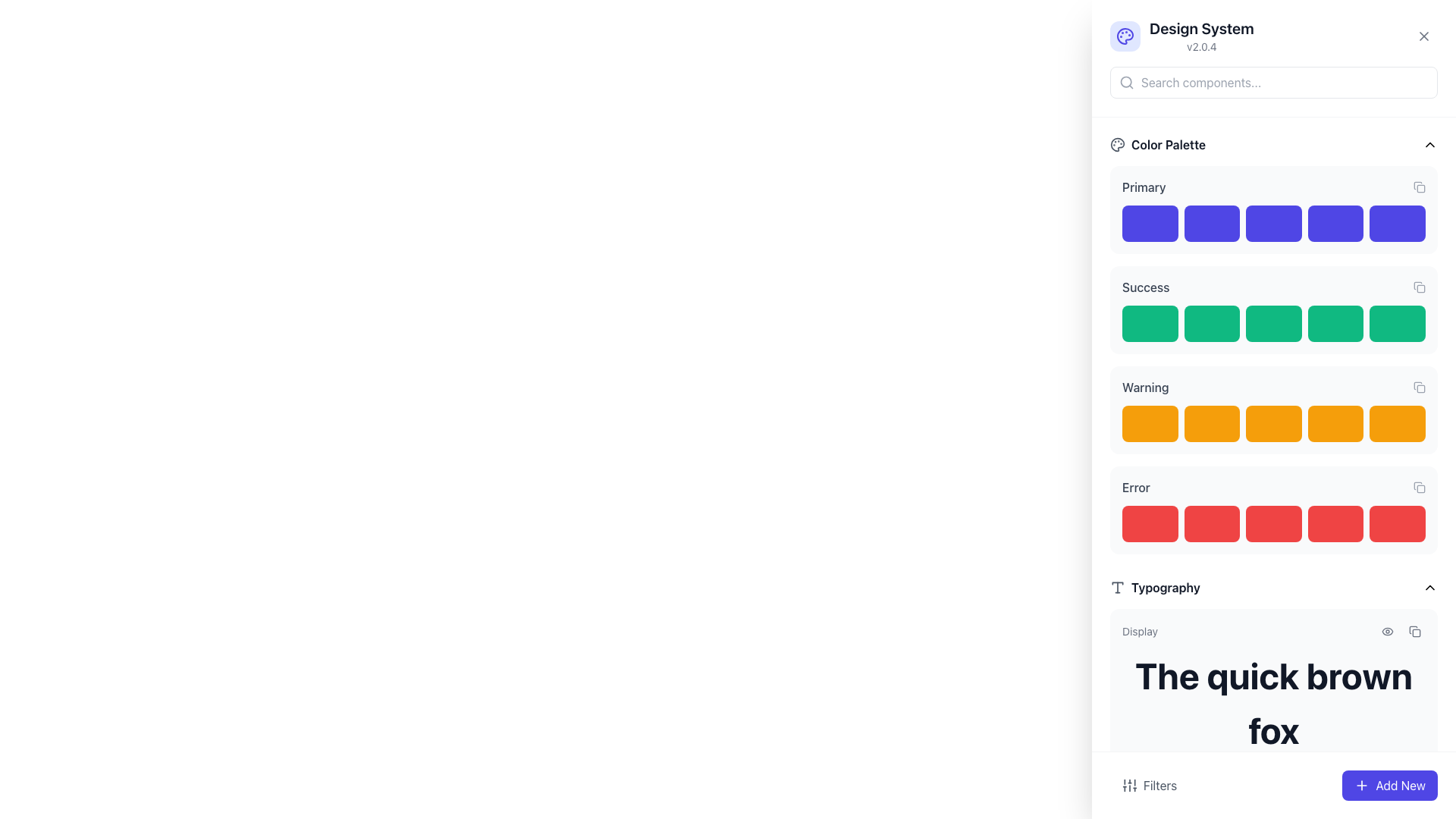  Describe the element at coordinates (1400, 785) in the screenshot. I see `the 'Add New' button` at that location.